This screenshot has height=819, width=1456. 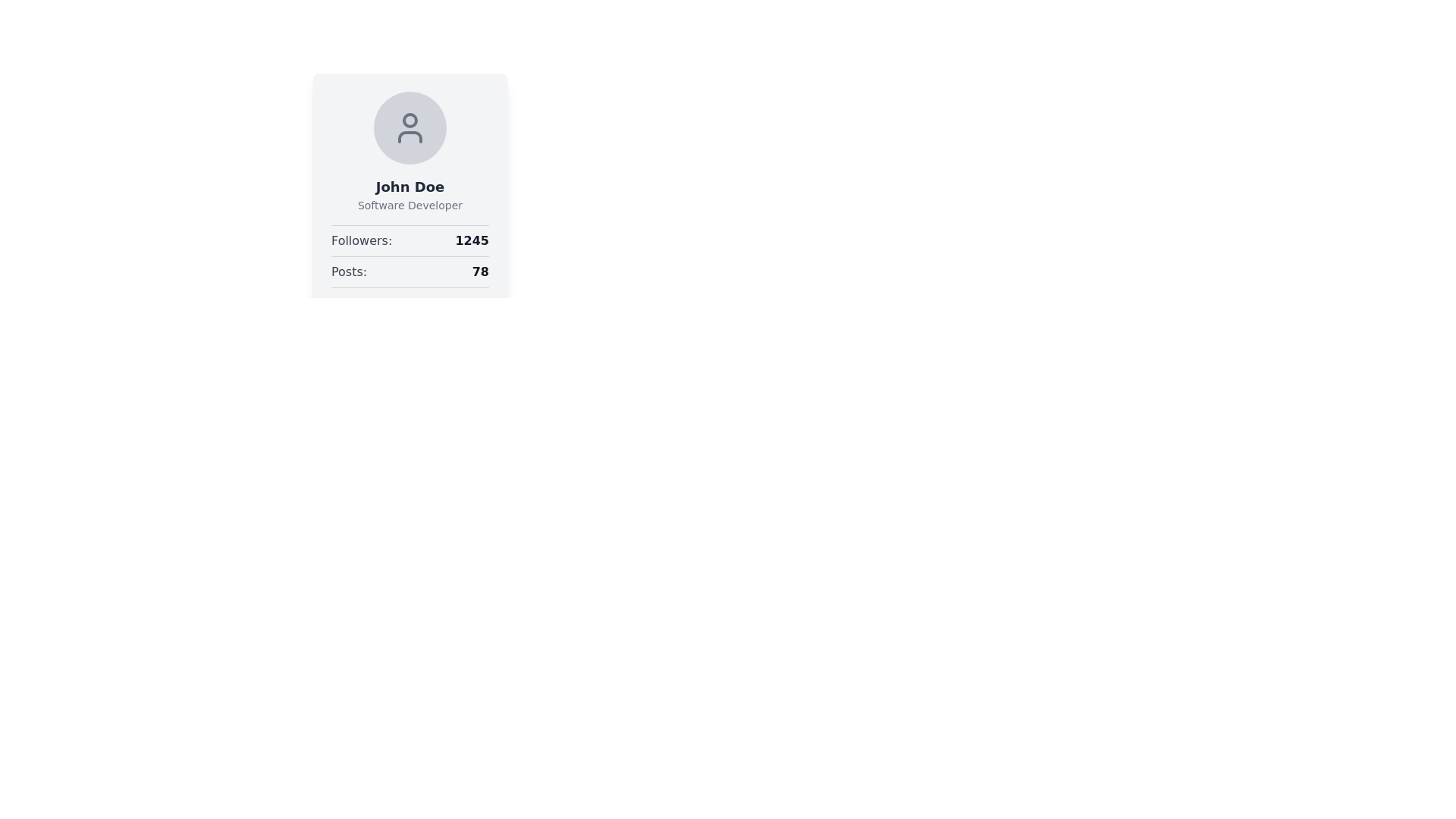 I want to click on text content of the Followers display located below the user profile picture and name, prominently positioned after the label 'Followers:', so click(x=471, y=240).